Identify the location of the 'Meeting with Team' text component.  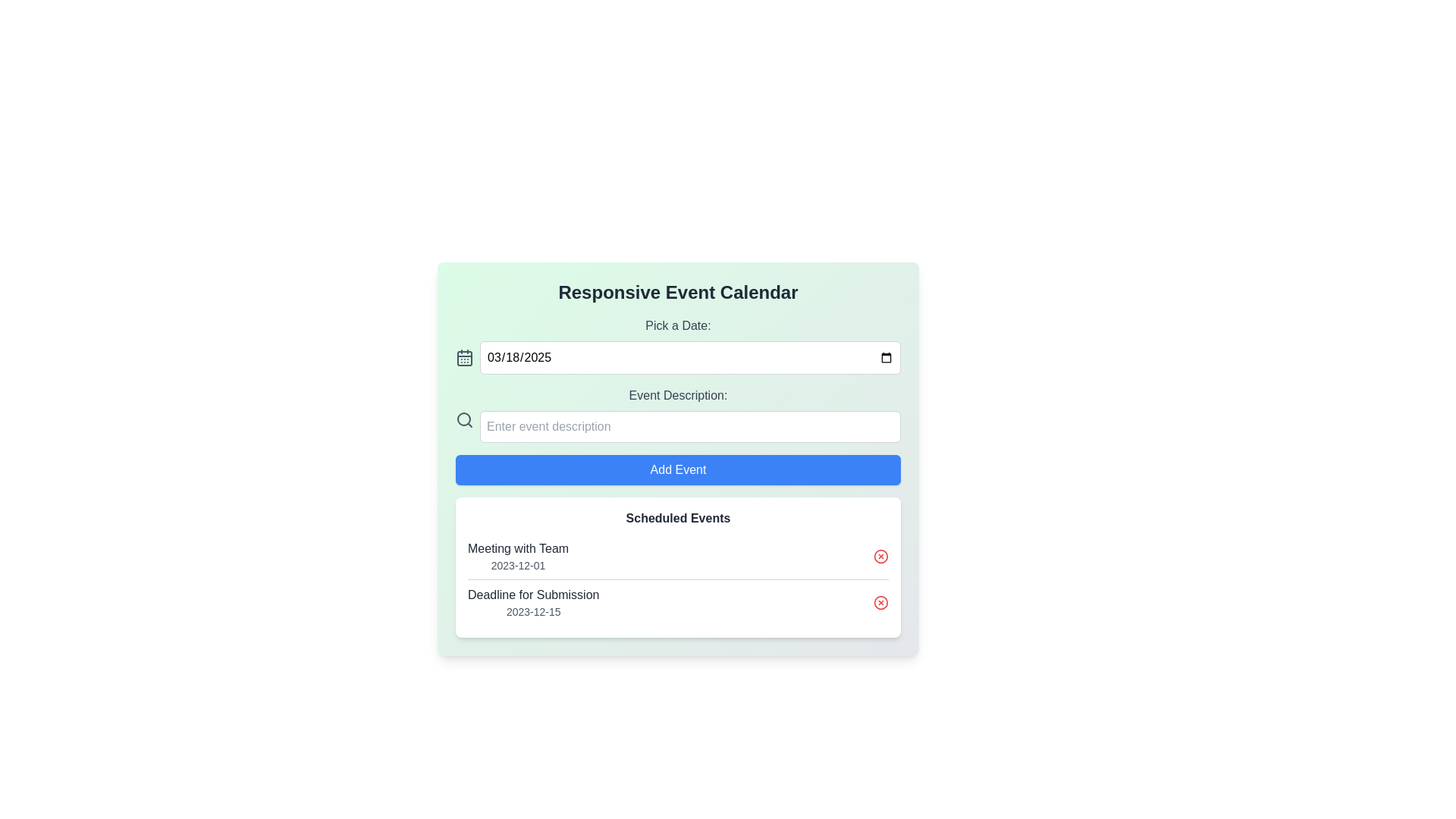
(518, 556).